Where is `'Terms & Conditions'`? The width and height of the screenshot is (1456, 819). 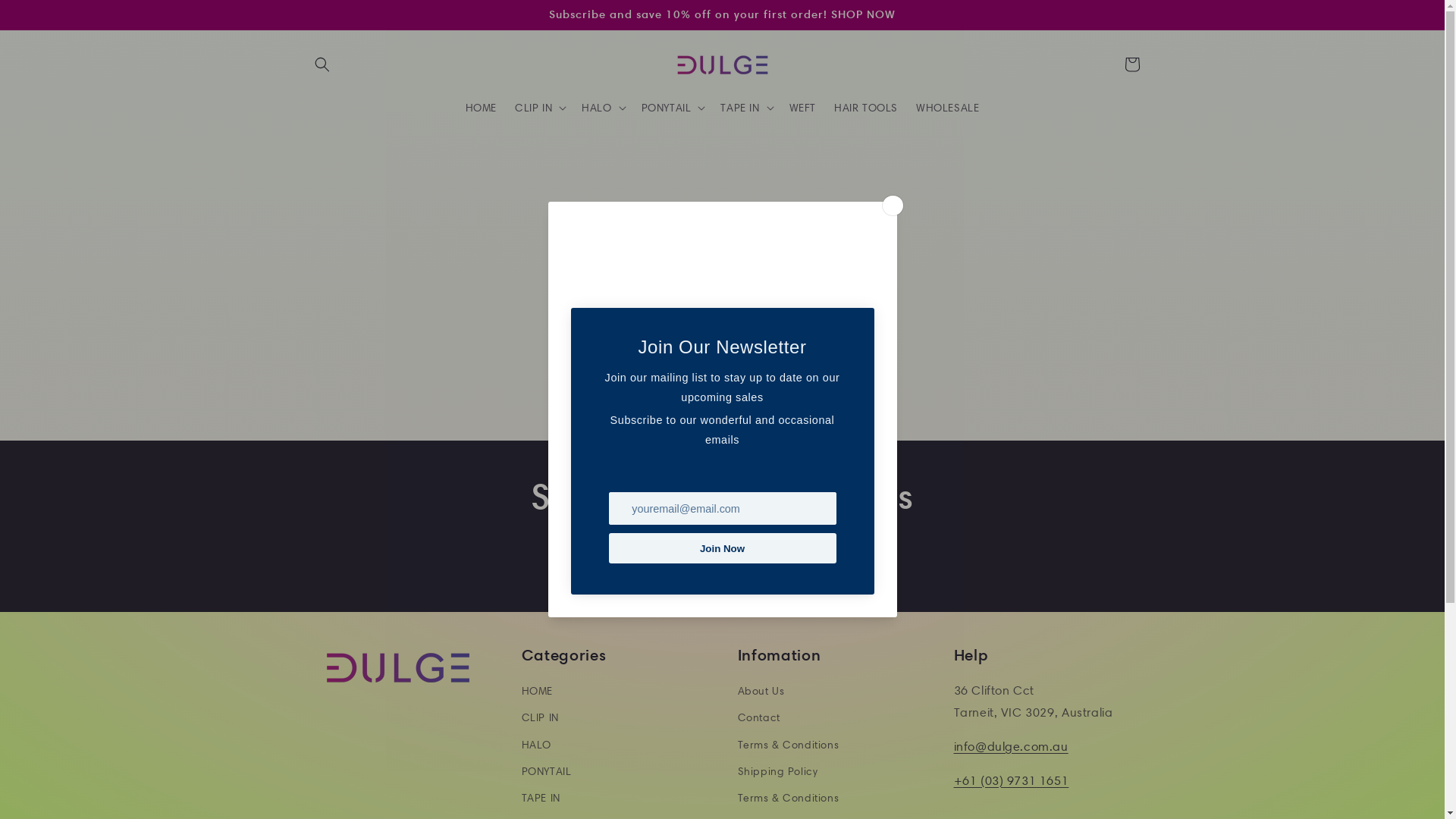
'Terms & Conditions' is located at coordinates (787, 744).